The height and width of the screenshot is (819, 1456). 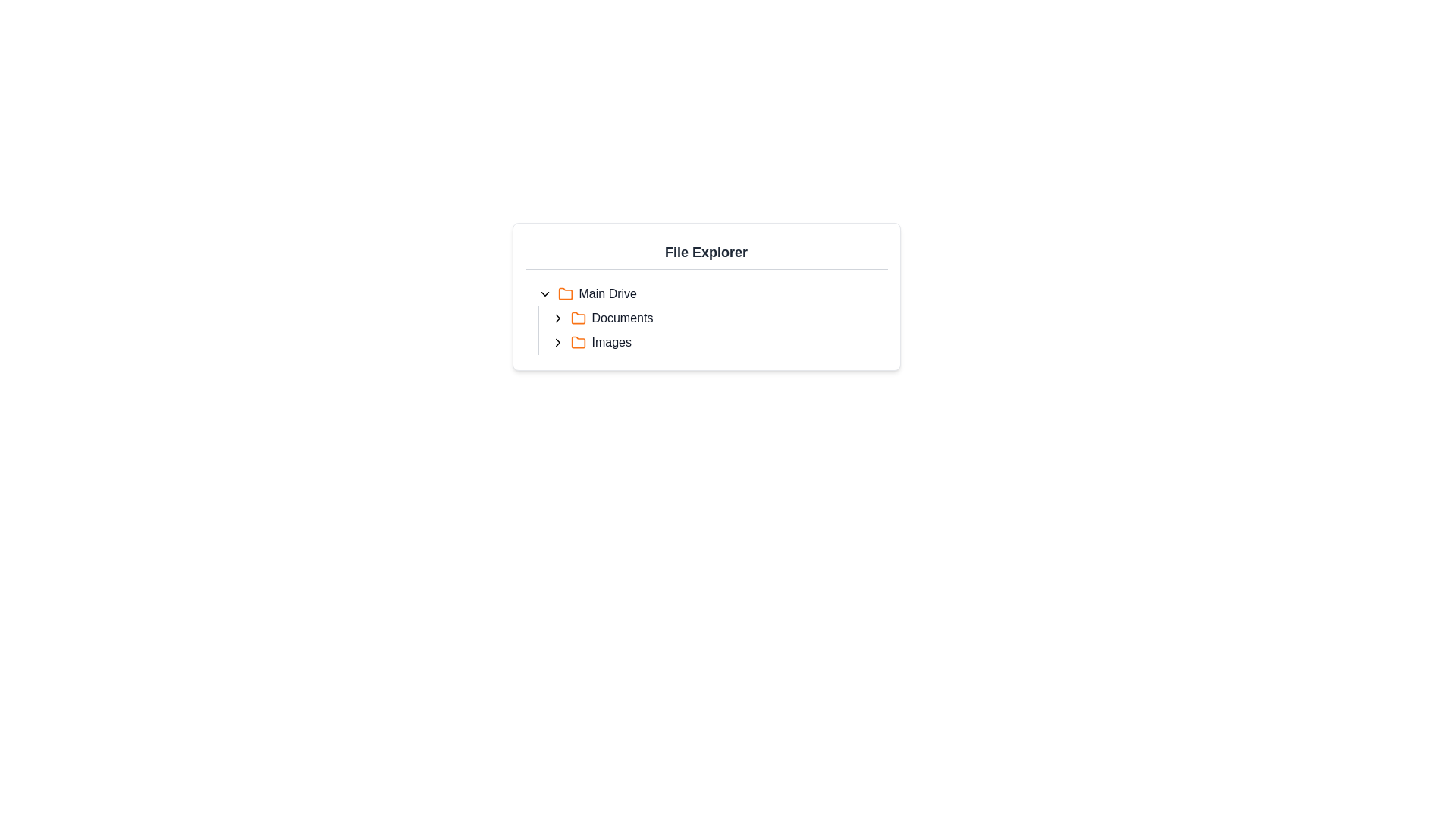 What do you see at coordinates (557, 342) in the screenshot?
I see `the small, right-pointing black arrow icon adjacent to the text 'Images'` at bounding box center [557, 342].